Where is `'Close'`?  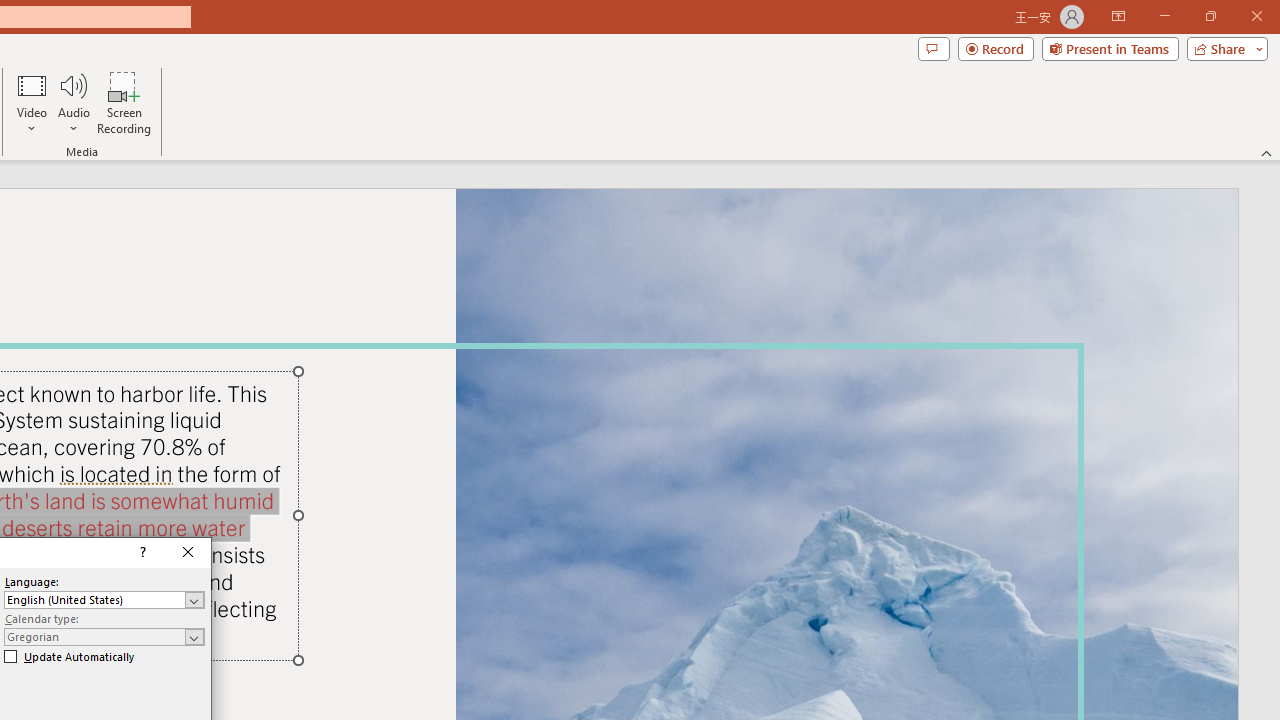
'Close' is located at coordinates (188, 552).